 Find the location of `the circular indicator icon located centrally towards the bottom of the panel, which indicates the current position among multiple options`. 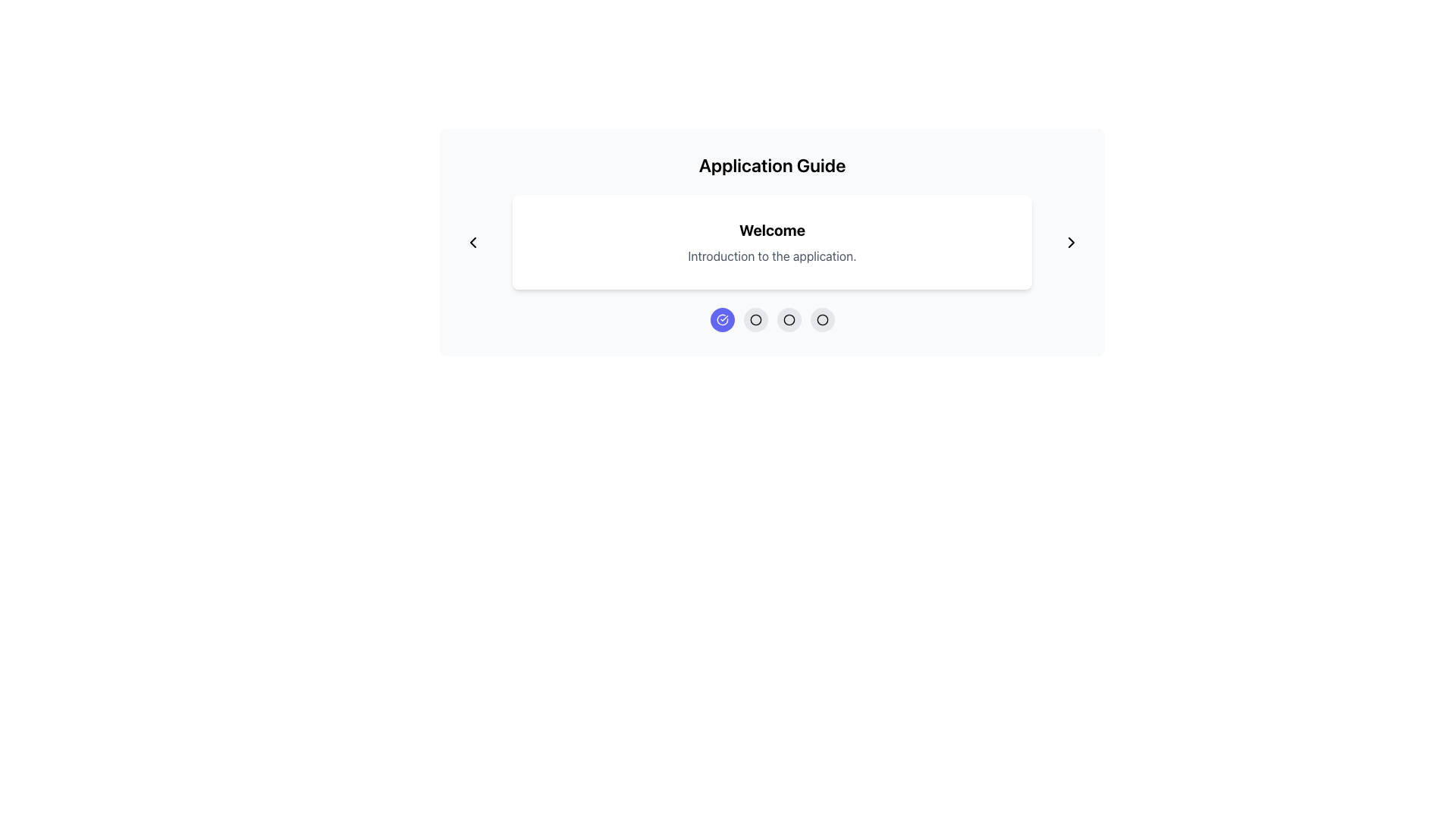

the circular indicator icon located centrally towards the bottom of the panel, which indicates the current position among multiple options is located at coordinates (821, 318).